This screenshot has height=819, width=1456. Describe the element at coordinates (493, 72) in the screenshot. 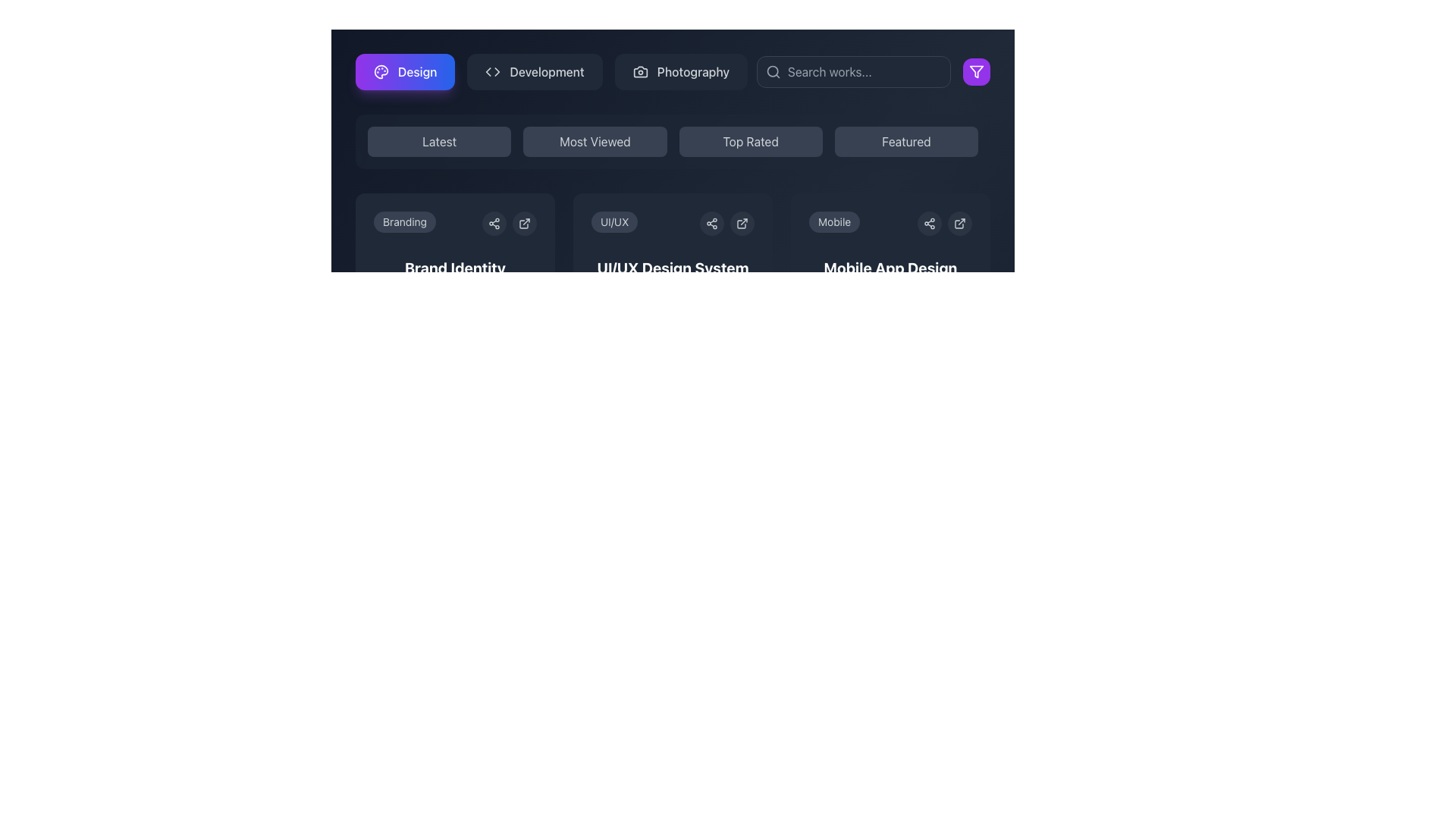

I see `the visual representation of the code symbol icon located to the left of the text 'development' in the button labeled 'development'` at that location.